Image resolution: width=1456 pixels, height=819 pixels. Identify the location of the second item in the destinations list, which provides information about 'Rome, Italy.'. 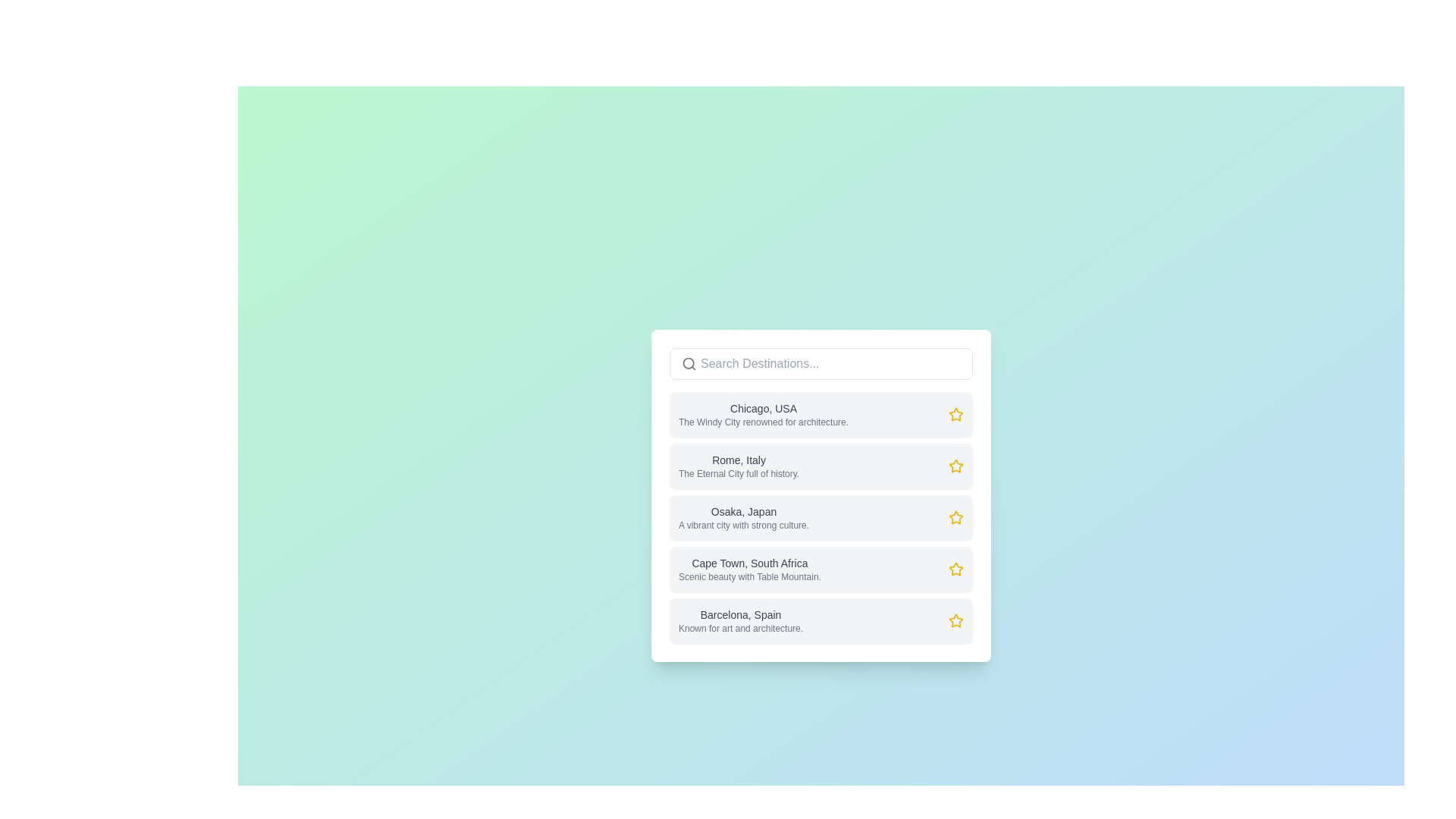
(821, 465).